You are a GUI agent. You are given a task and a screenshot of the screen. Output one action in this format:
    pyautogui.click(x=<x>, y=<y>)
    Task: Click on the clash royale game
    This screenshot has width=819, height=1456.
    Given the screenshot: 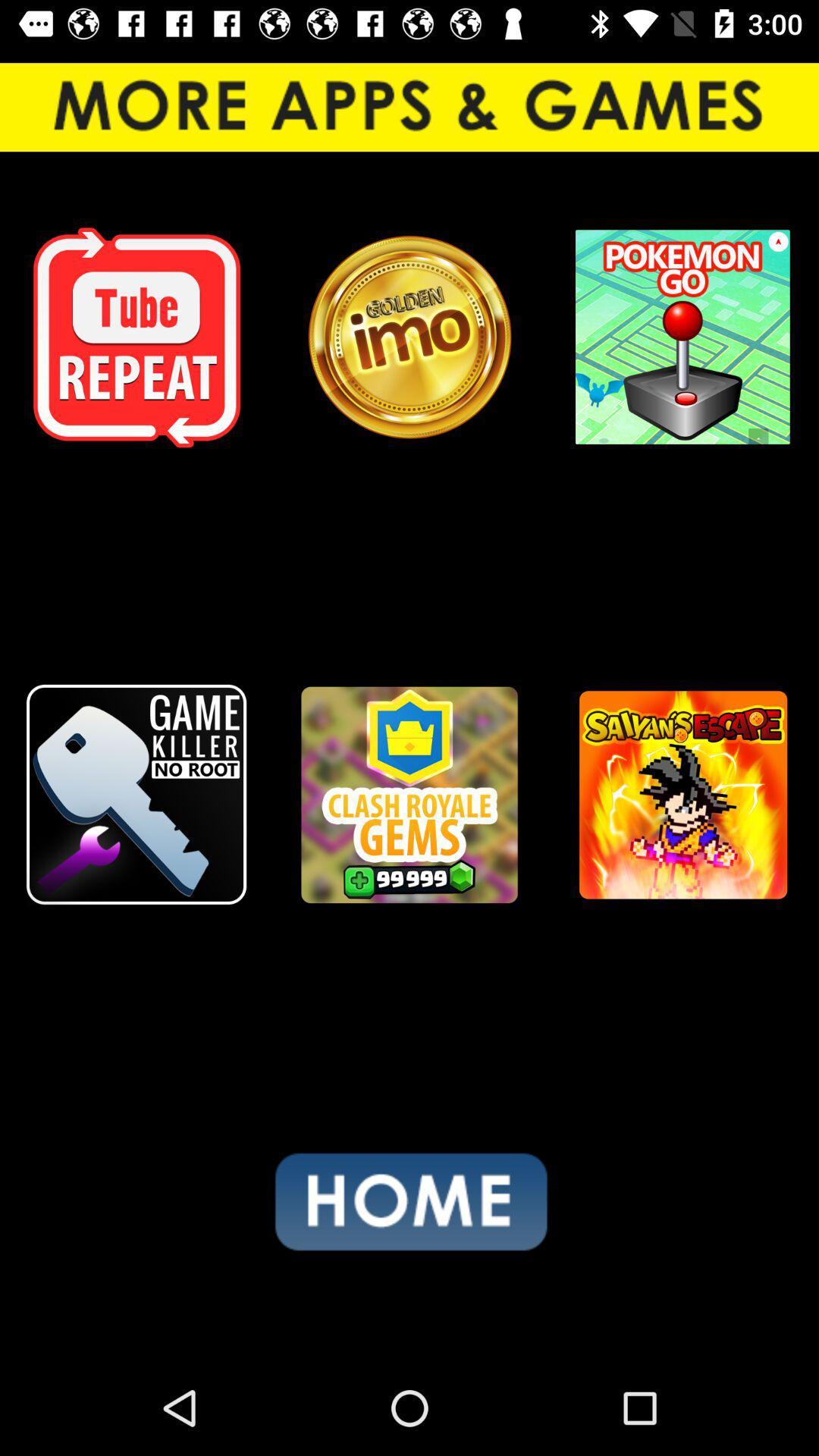 What is the action you would take?
    pyautogui.click(x=409, y=794)
    